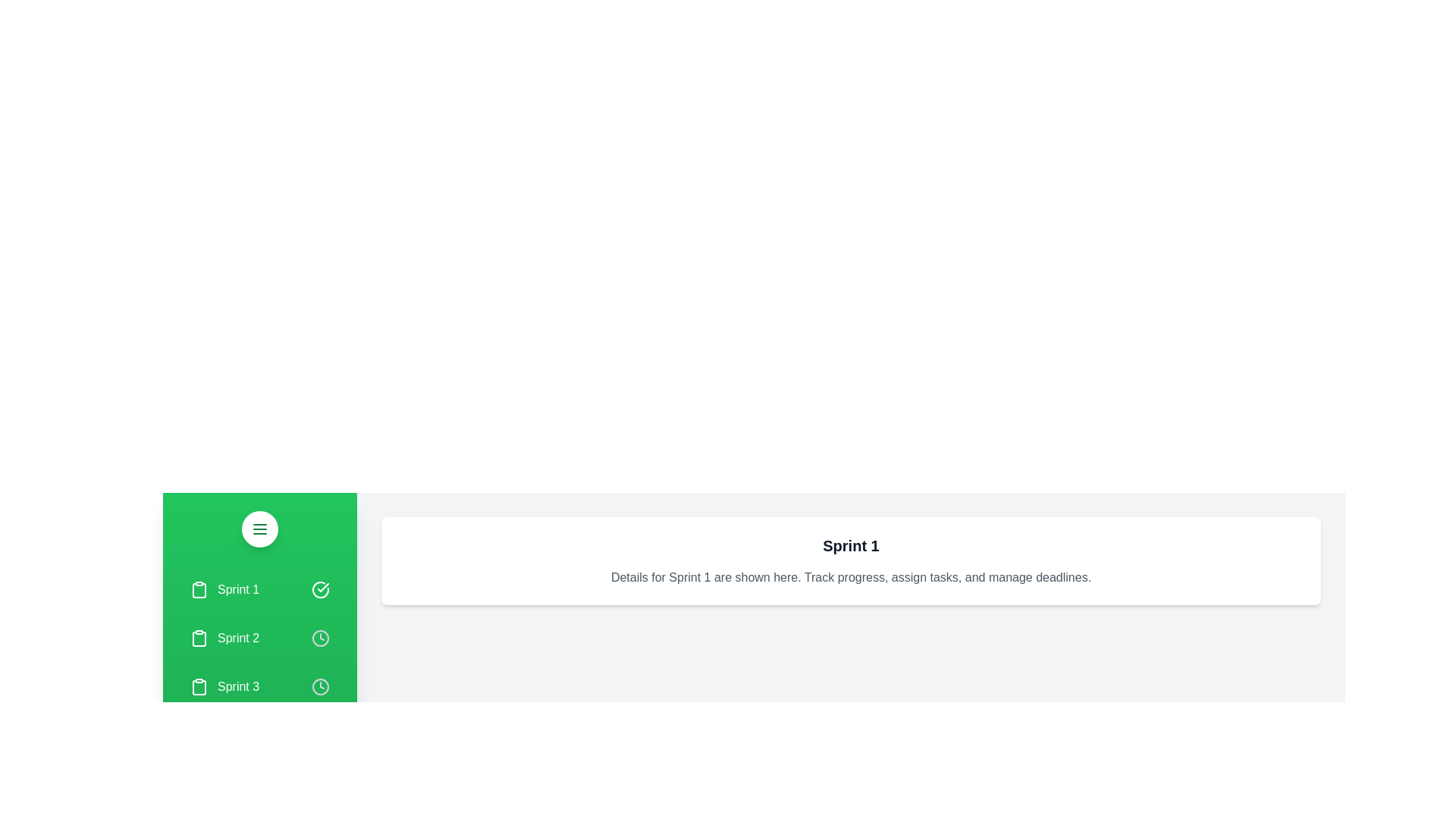 This screenshot has height=819, width=1456. What do you see at coordinates (259, 529) in the screenshot?
I see `circular button with the menu icon to toggle the drawer open or closed` at bounding box center [259, 529].